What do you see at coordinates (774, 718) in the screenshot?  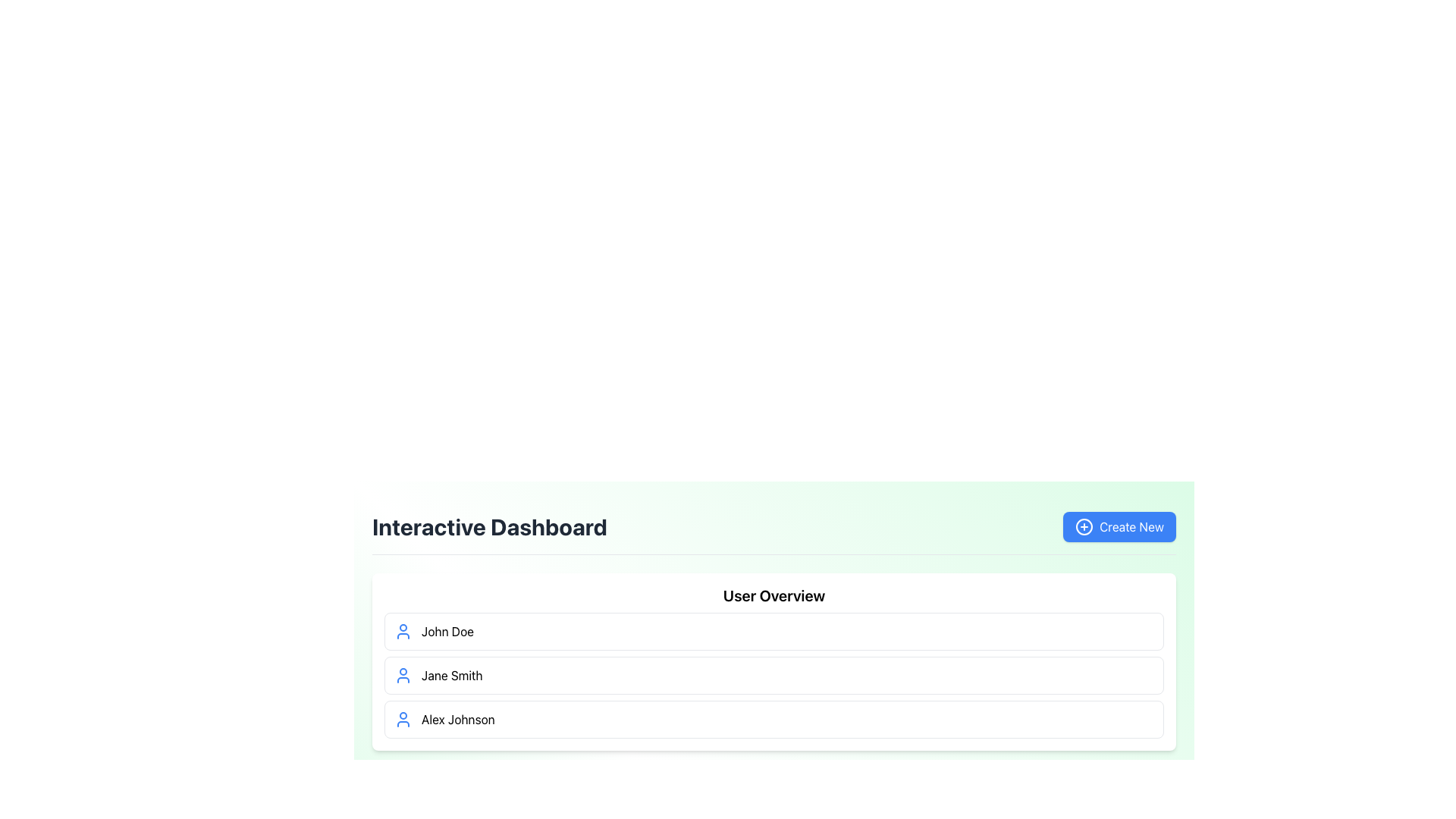 I see `the user entry list item displaying 'Alex Johnson' to trigger style changes` at bounding box center [774, 718].